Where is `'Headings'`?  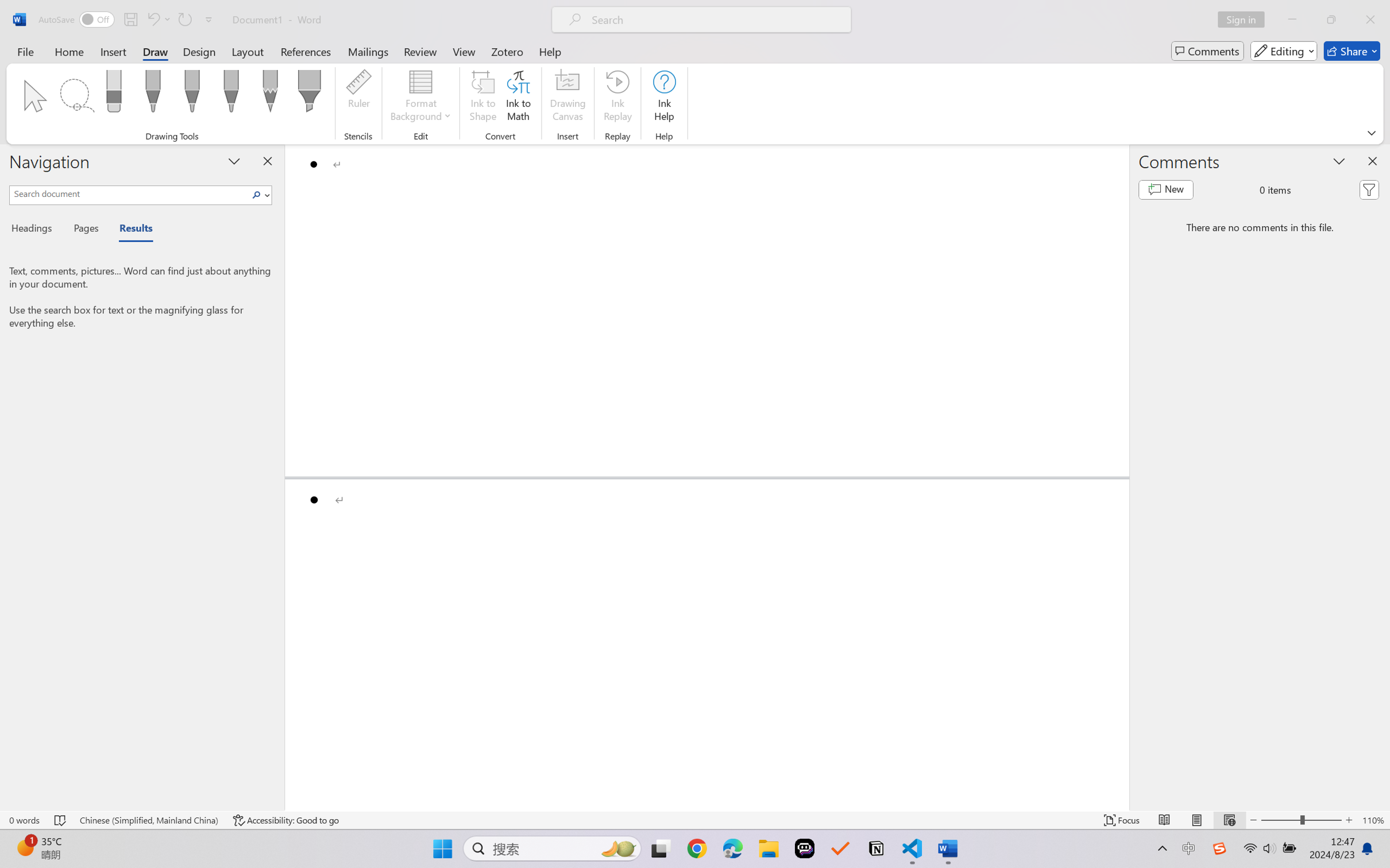
'Headings' is located at coordinates (35, 230).